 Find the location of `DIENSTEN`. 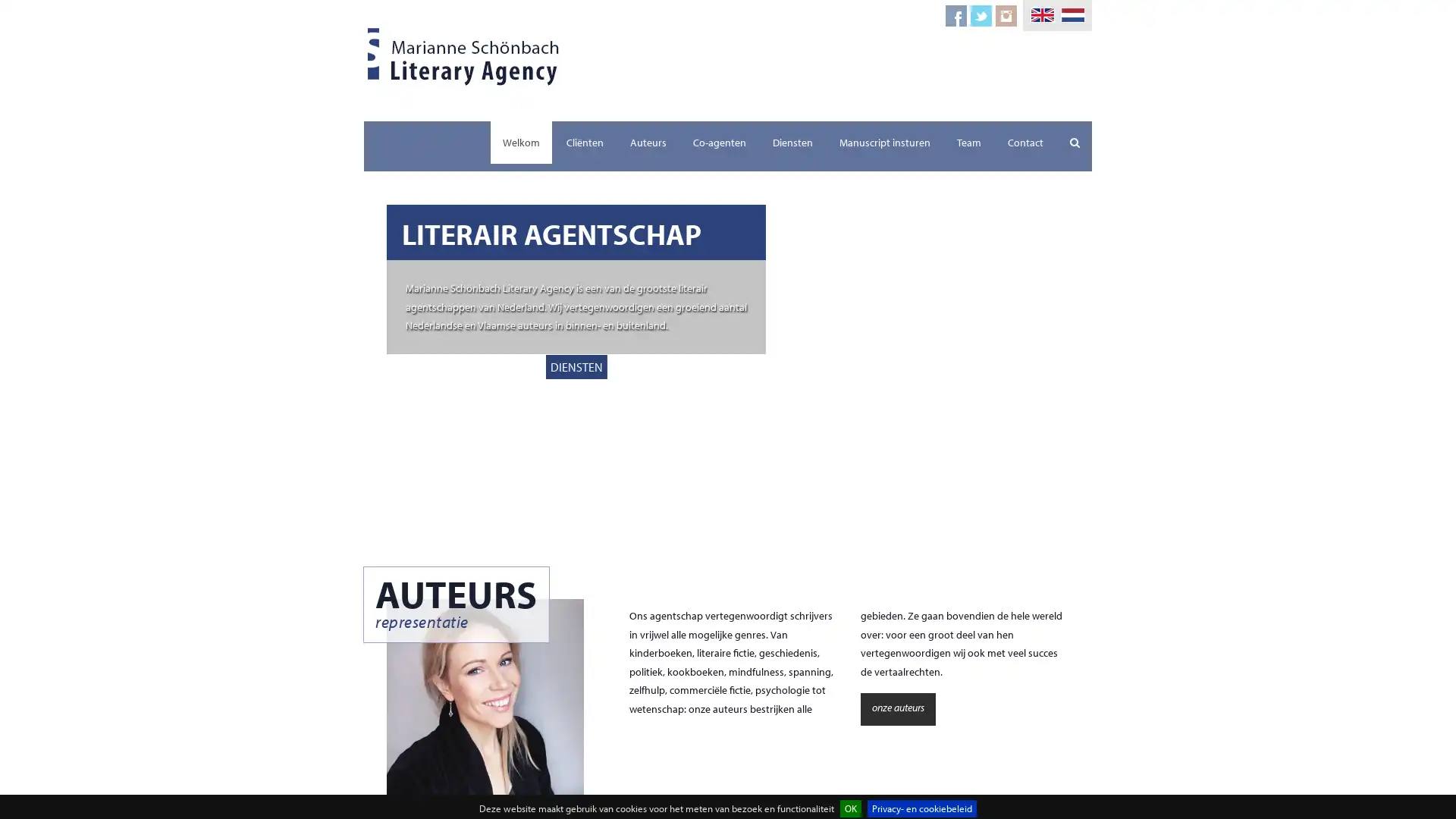

DIENSTEN is located at coordinates (575, 366).